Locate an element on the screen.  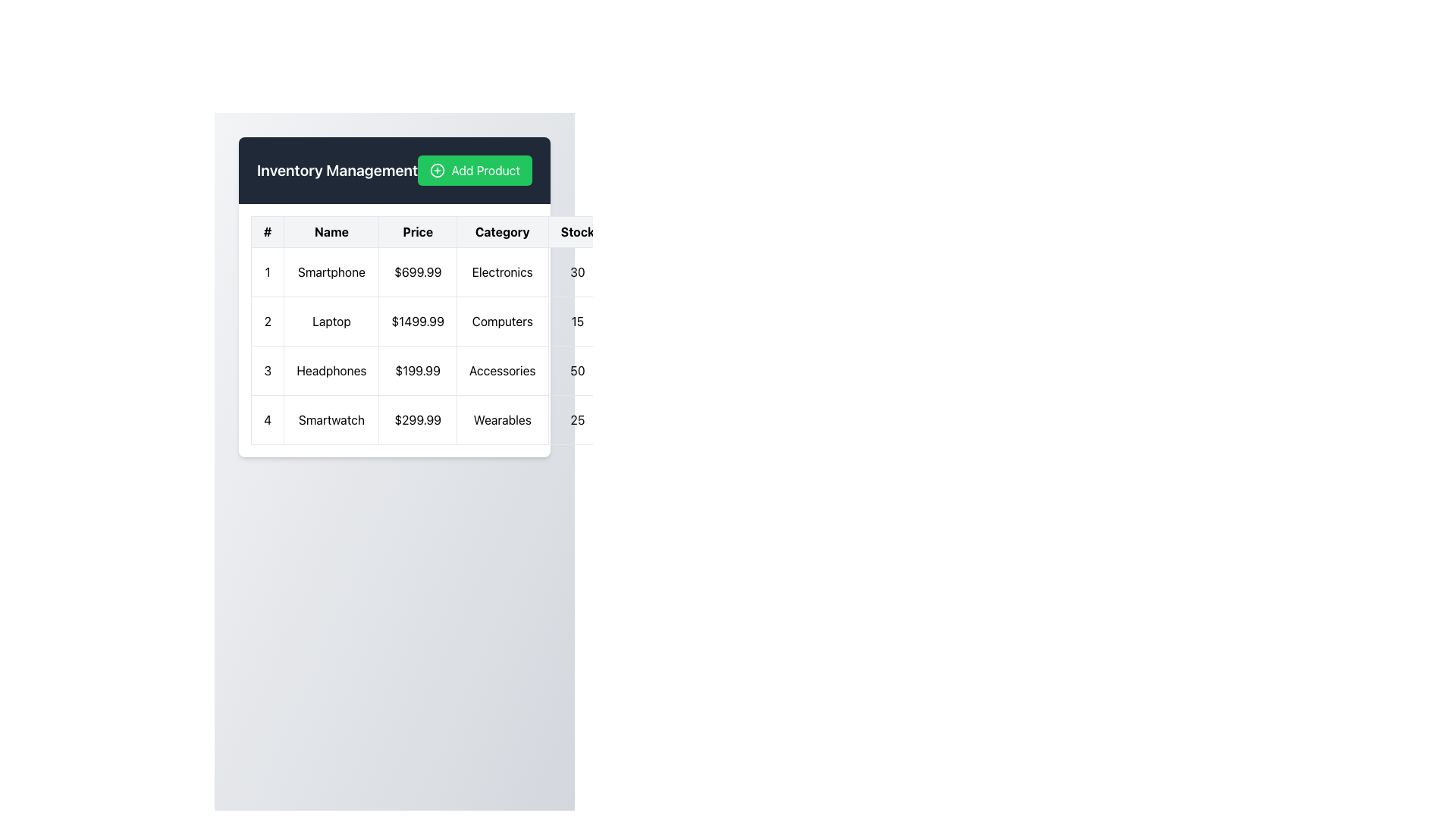
the Text label within the 'Category' column of the table that describes the item 'Smartphone' in the first row is located at coordinates (502, 271).